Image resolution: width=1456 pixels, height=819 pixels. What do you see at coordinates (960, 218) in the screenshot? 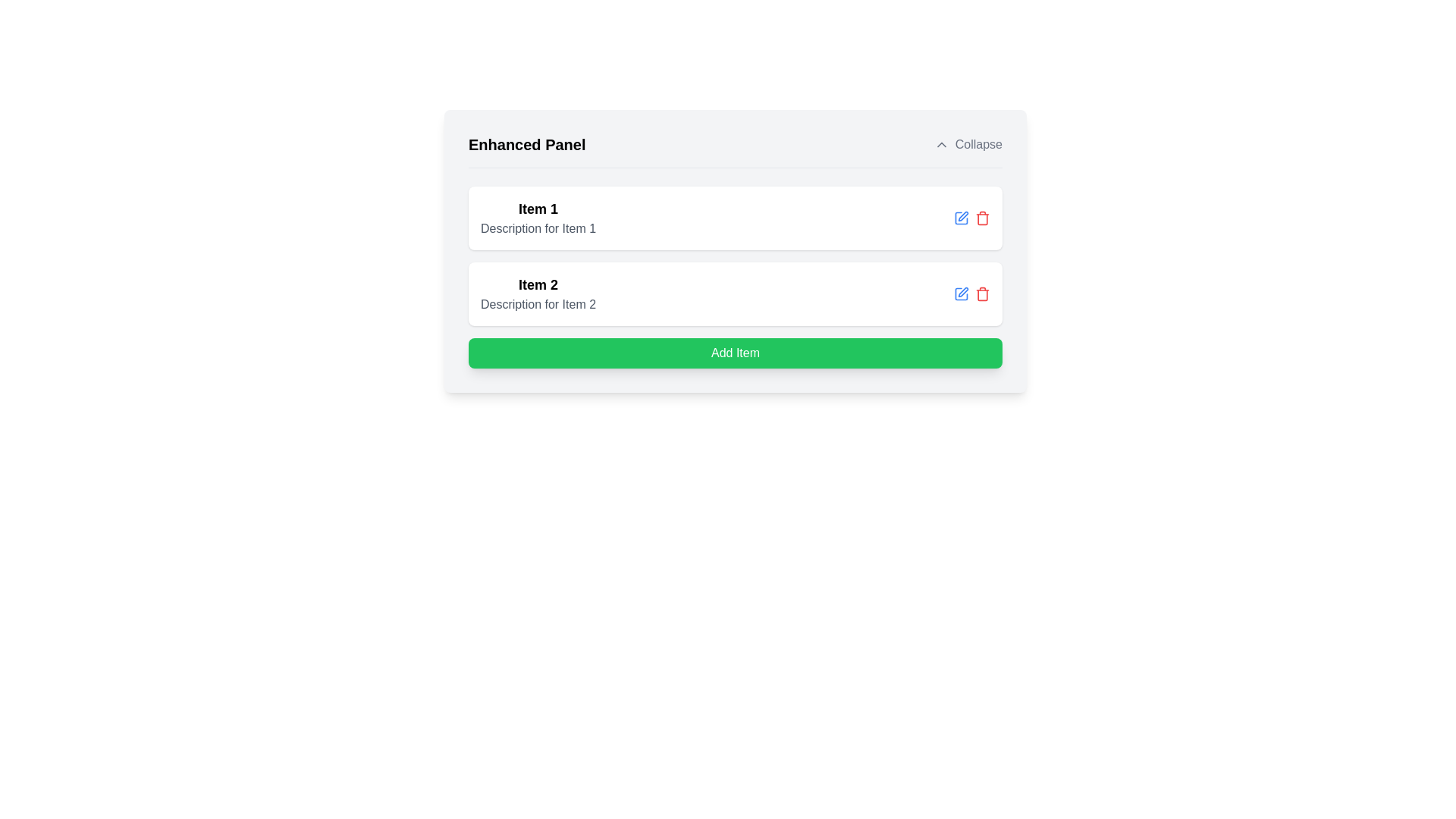
I see `the edit button located in the second row of the card list, which is positioned to the left of the red trash bin icon` at bounding box center [960, 218].